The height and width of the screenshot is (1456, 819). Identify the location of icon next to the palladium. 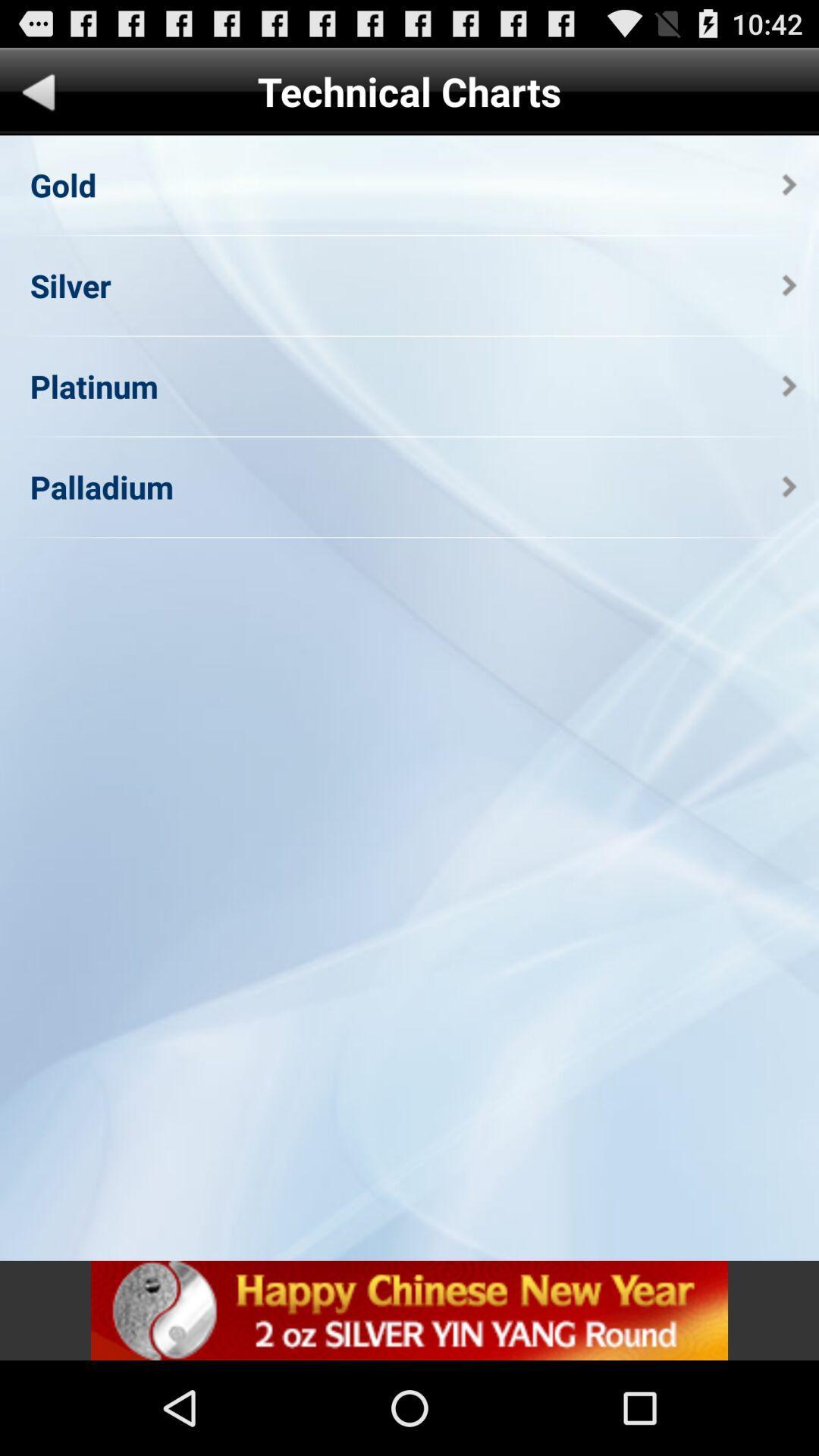
(789, 487).